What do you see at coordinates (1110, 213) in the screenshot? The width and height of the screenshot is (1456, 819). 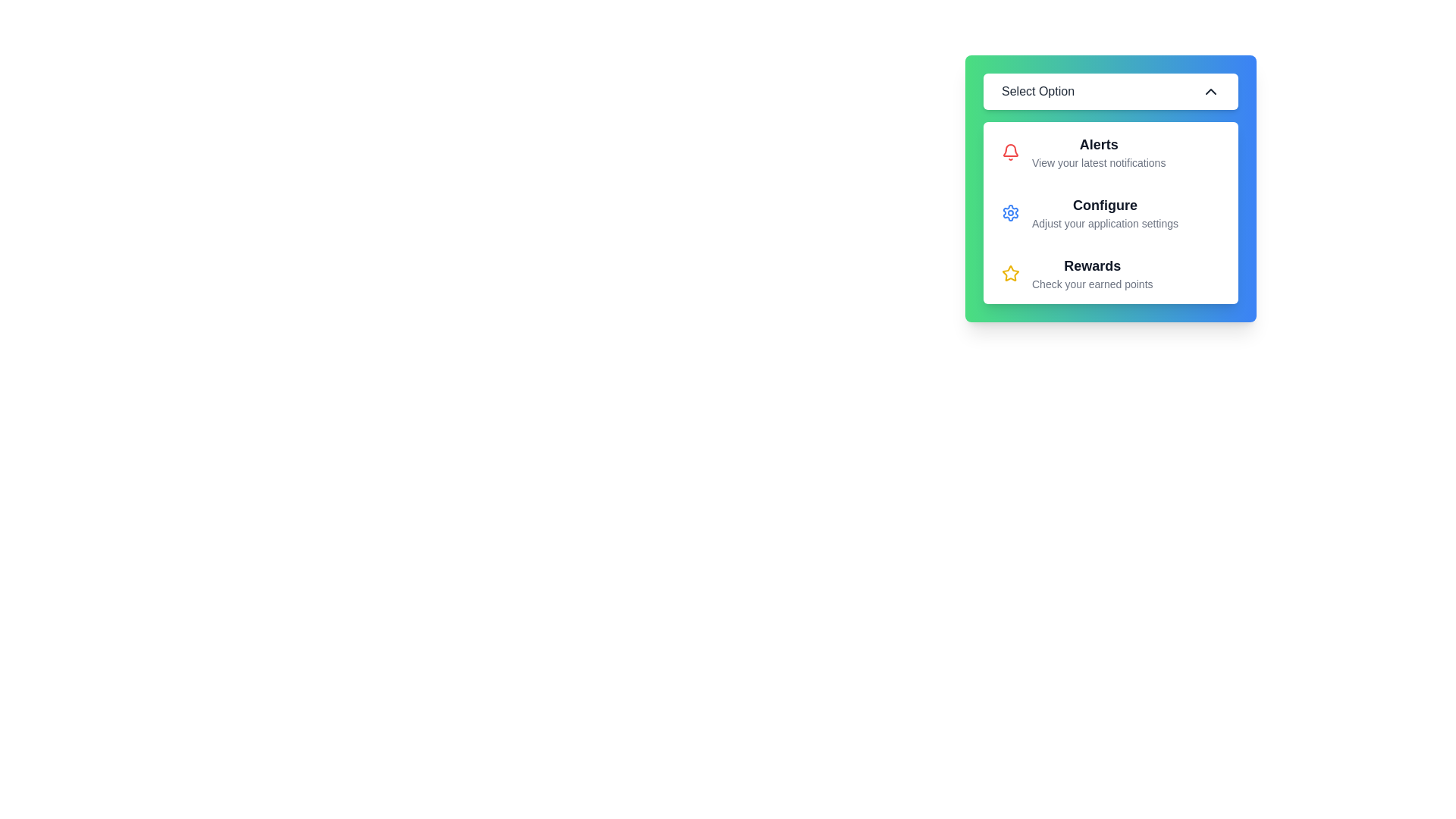 I see `the second item in the dropdown menu that represents a configuration option, which is located below the 'Alerts' option and above the 'Rewards' option` at bounding box center [1110, 213].